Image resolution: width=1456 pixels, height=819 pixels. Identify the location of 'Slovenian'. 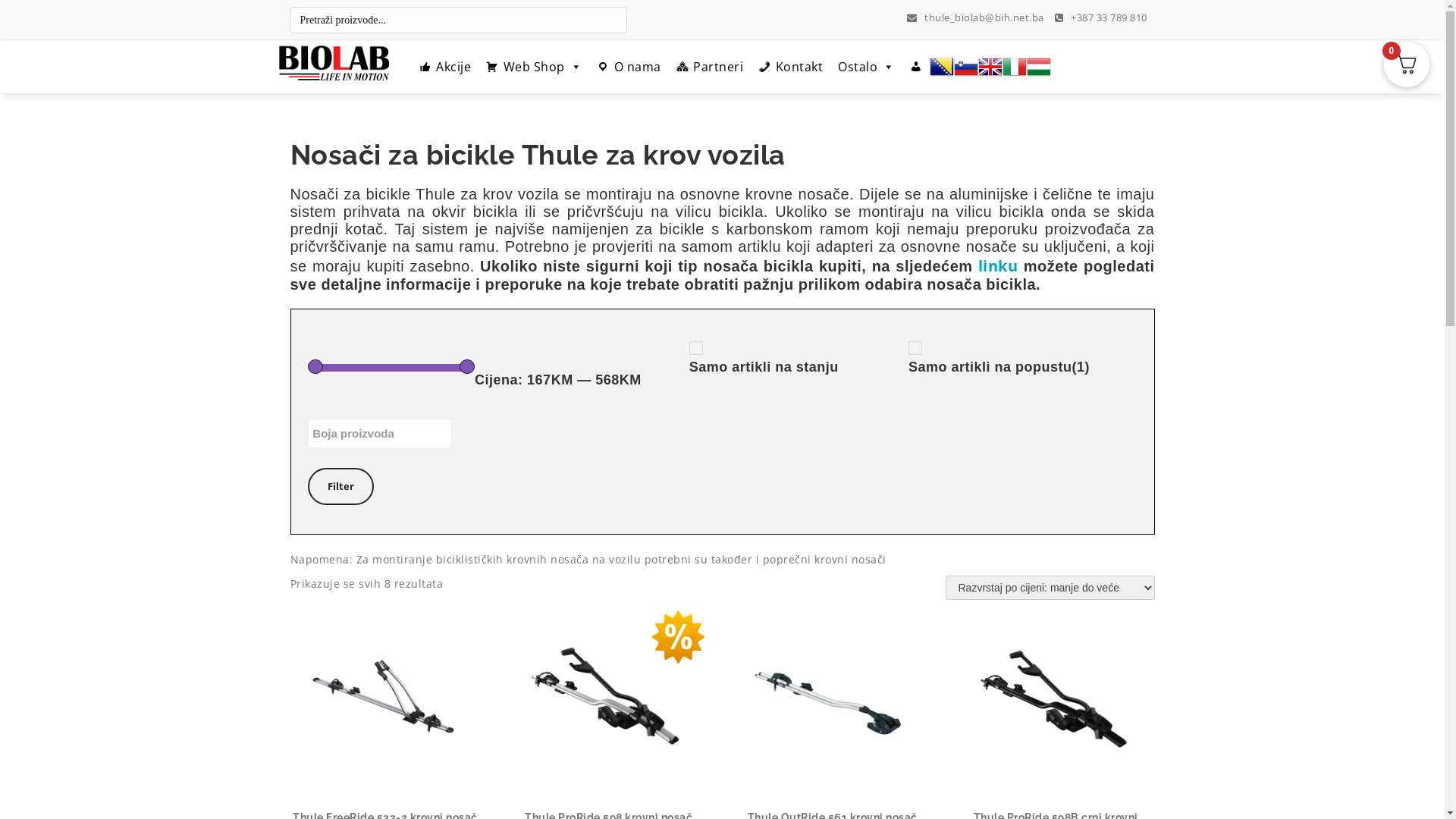
(965, 66).